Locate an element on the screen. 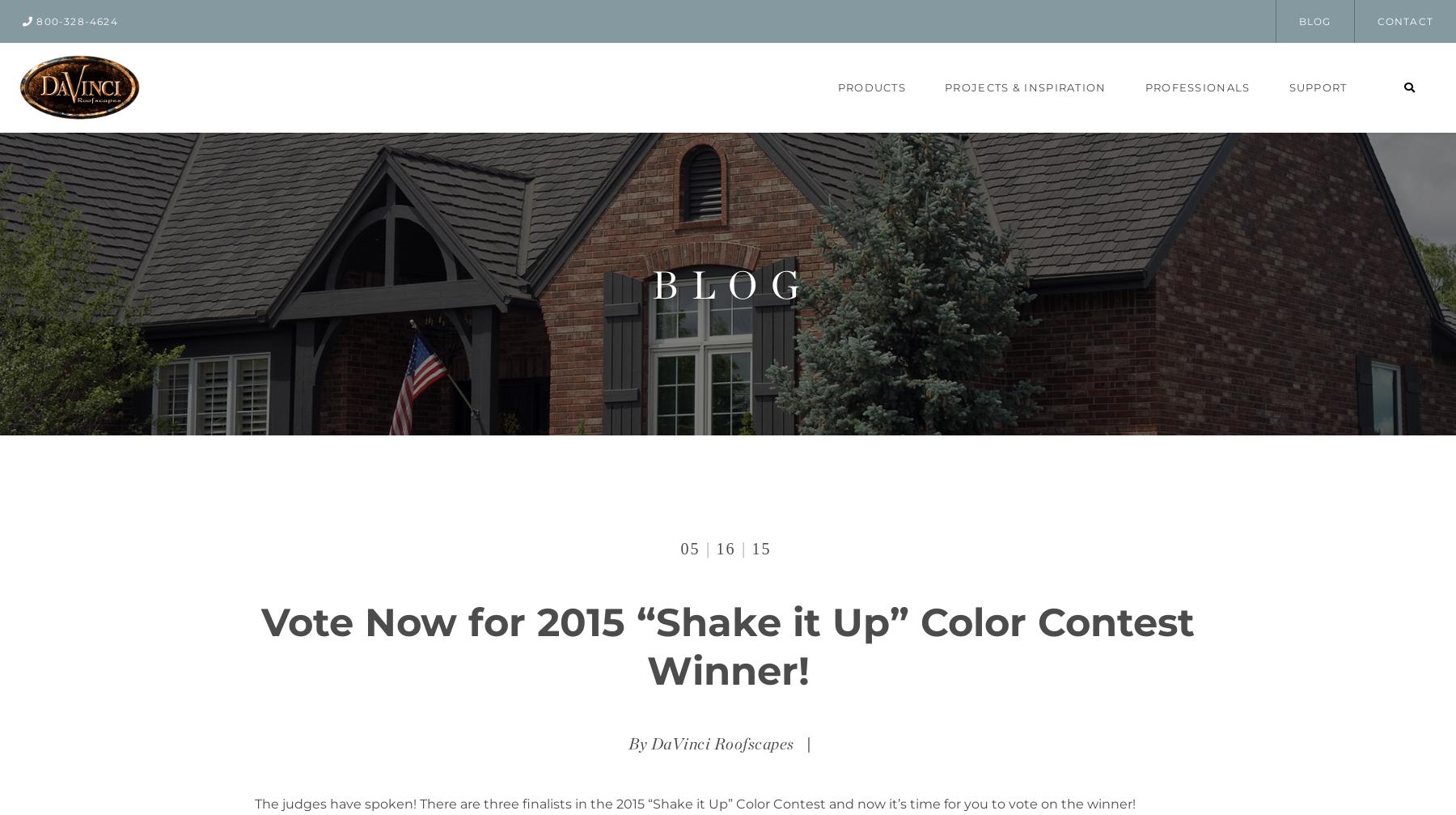 The image size is (1456, 815). 'By' is located at coordinates (639, 742).